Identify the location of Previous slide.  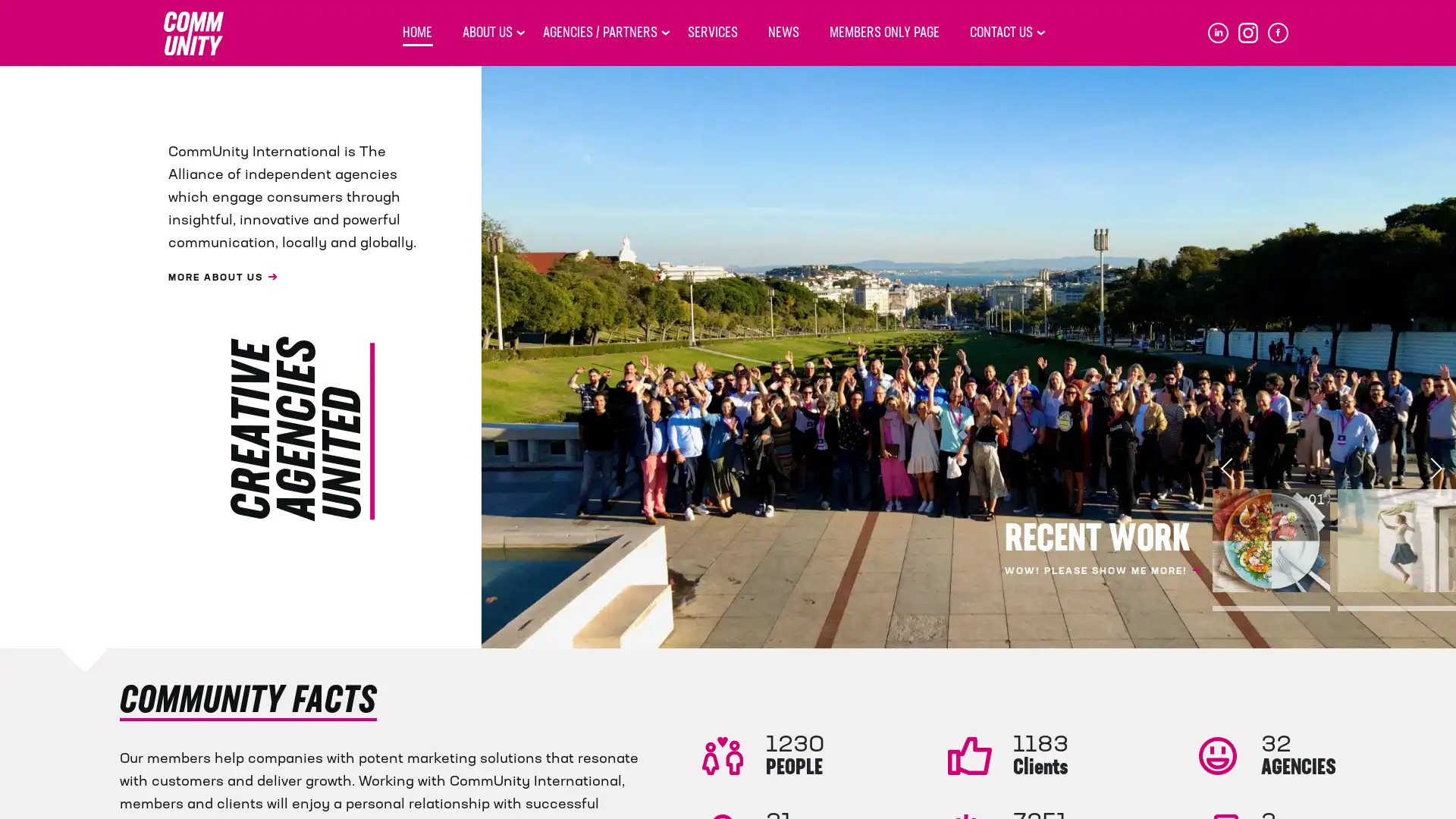
(1233, 475).